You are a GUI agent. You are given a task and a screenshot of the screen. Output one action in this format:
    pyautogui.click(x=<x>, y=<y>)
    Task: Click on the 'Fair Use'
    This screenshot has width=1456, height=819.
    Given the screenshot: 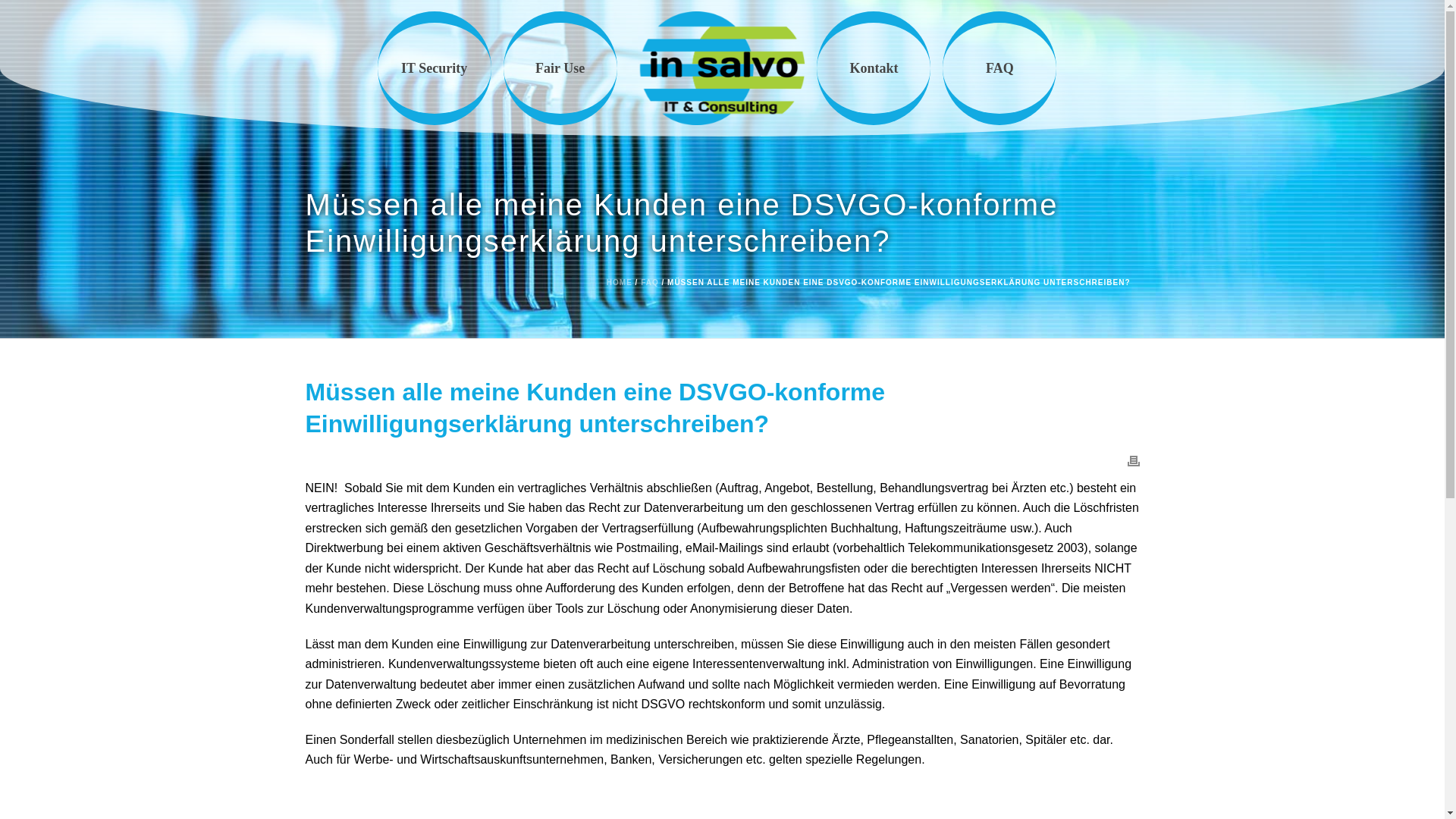 What is the action you would take?
    pyautogui.click(x=503, y=67)
    